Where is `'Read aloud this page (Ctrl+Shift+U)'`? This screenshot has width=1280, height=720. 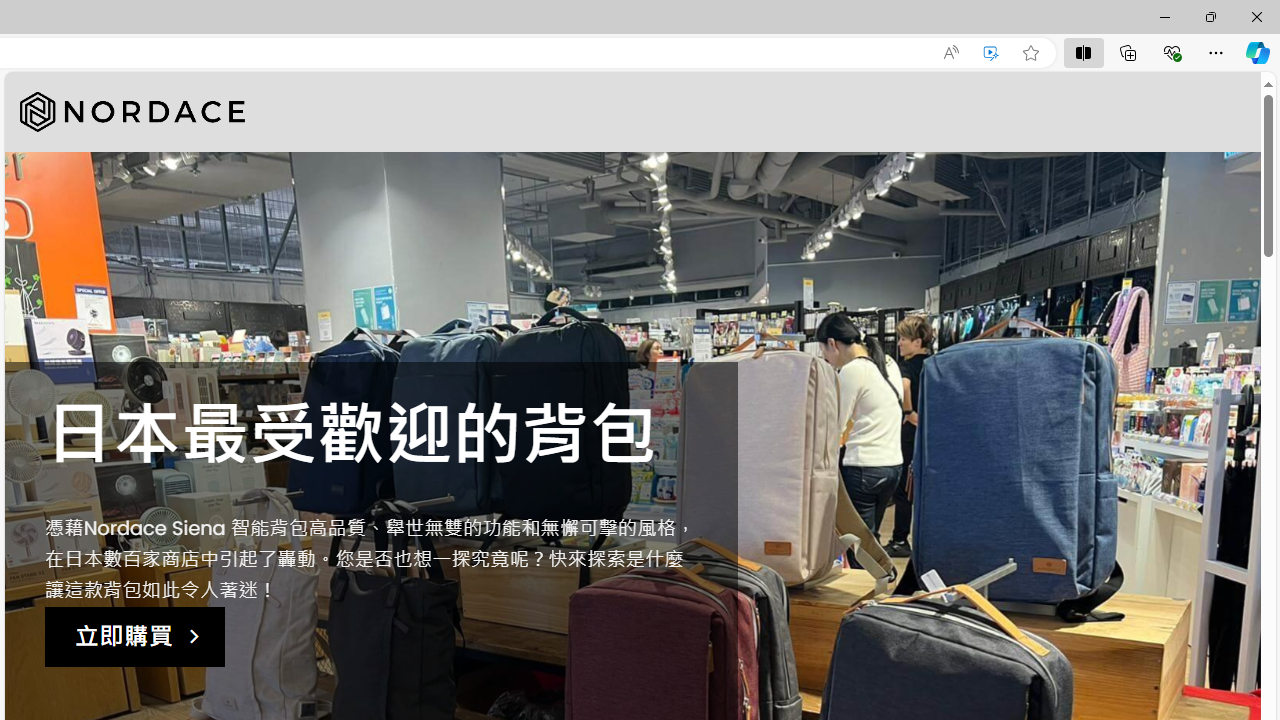 'Read aloud this page (Ctrl+Shift+U)' is located at coordinates (950, 52).